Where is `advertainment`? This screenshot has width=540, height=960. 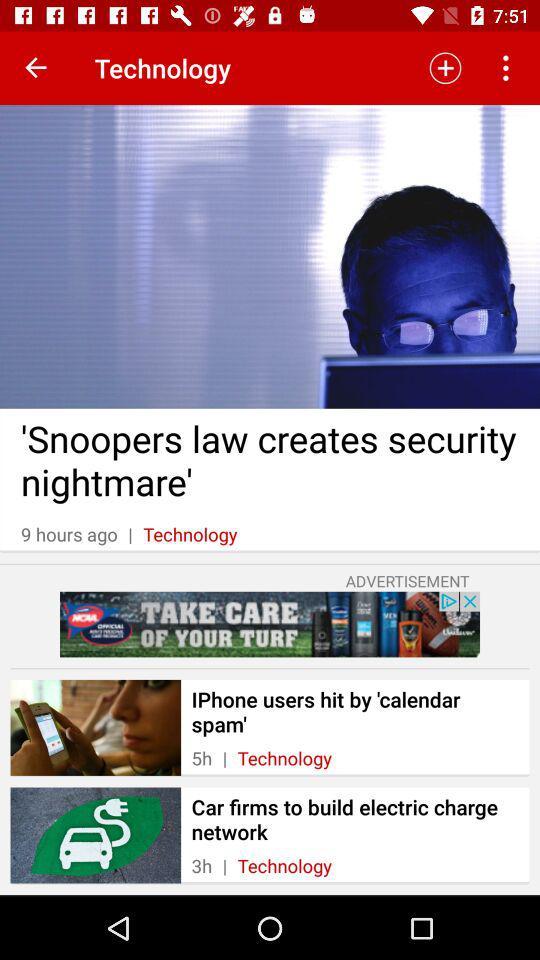 advertainment is located at coordinates (270, 623).